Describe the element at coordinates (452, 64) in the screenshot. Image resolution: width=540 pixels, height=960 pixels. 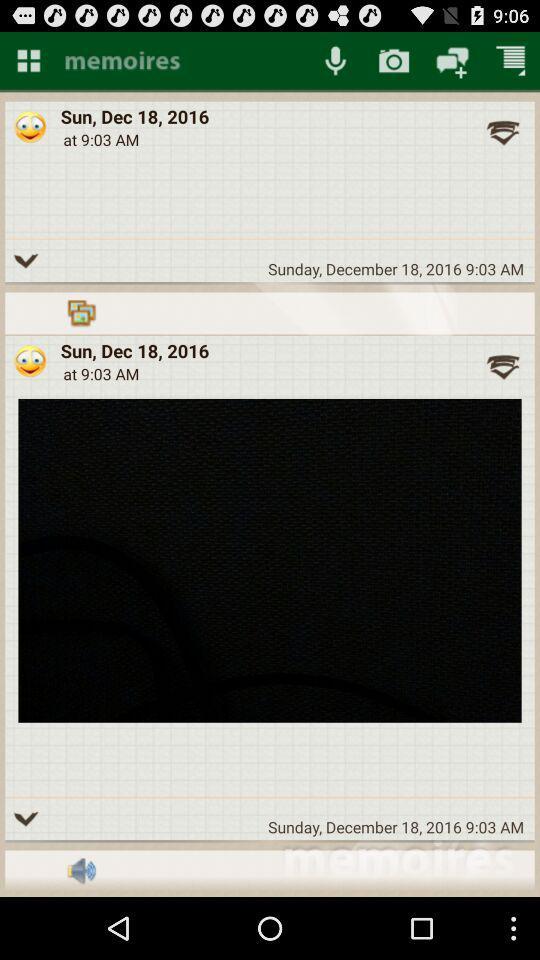
I see `the chat icon` at that location.